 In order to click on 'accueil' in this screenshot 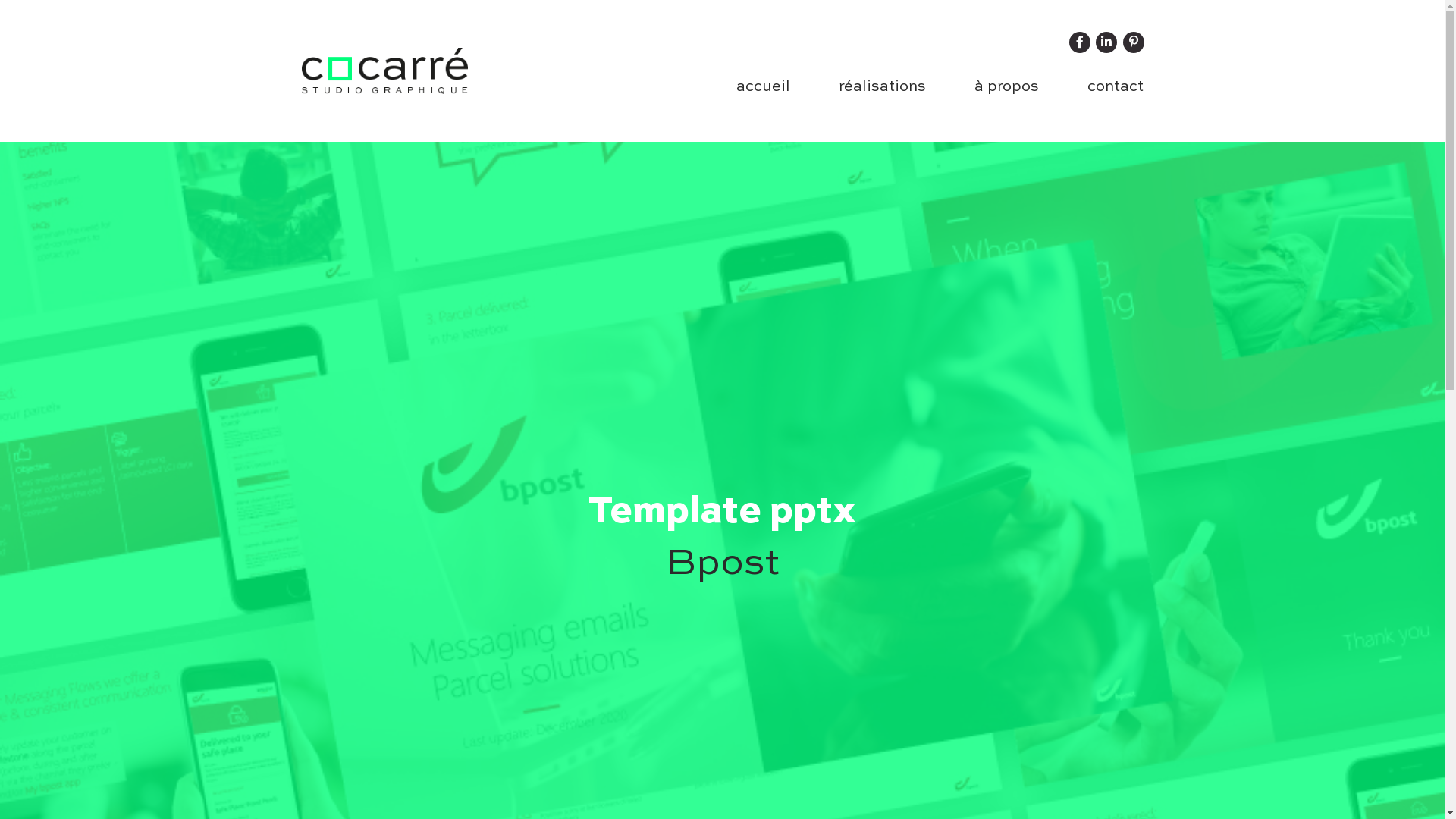, I will do `click(762, 87)`.